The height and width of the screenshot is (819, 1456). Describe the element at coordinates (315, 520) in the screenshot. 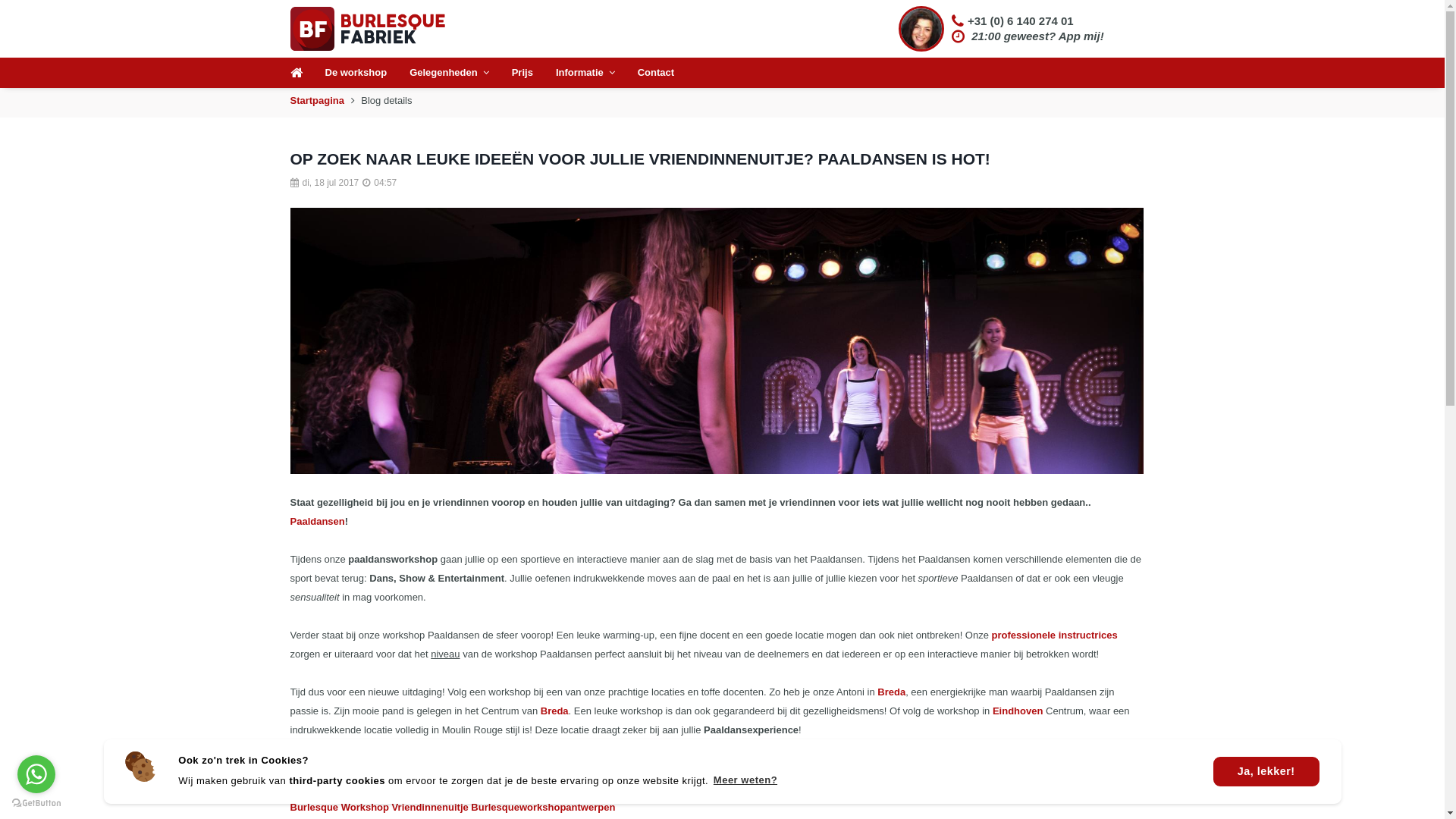

I see `'Paaldansen'` at that location.